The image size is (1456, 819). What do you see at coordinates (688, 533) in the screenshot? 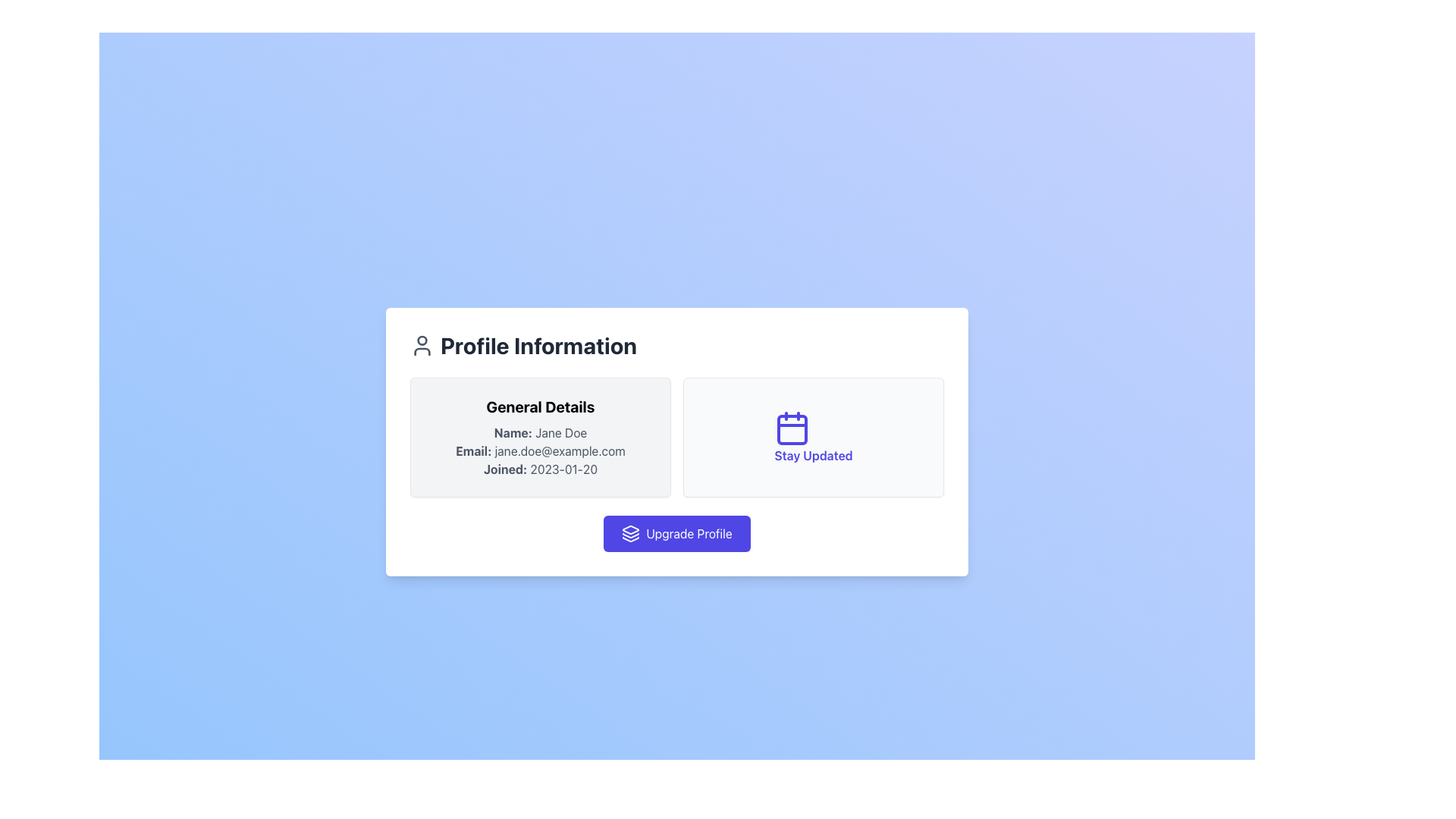
I see `the 'Upgrade Profile' button, which is a white text label on a vibrant blue button, positioned prominently below two information panels and to the right of an icon` at bounding box center [688, 533].